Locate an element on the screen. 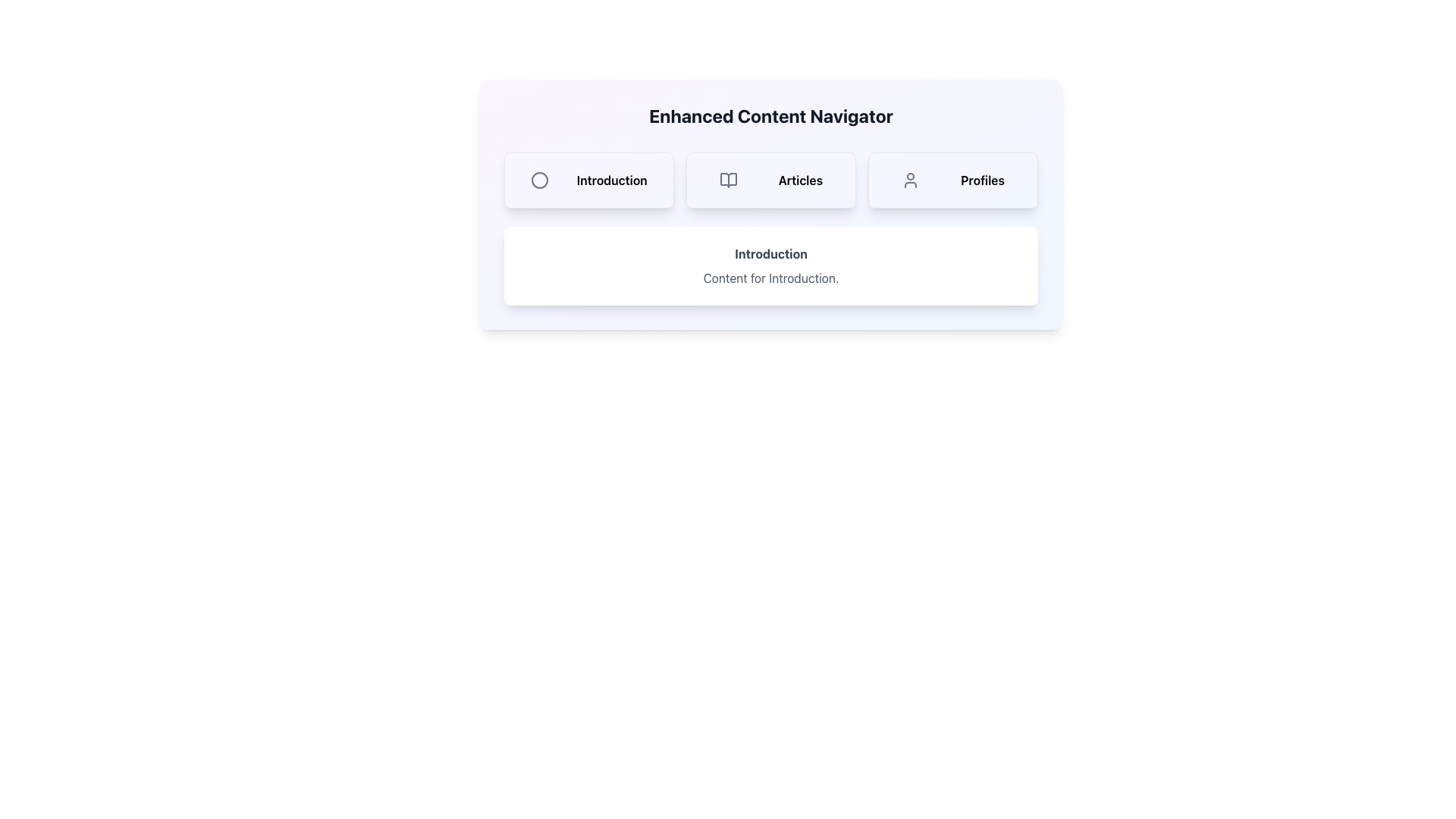 The image size is (1456, 819). the 'Articles' text label in the navigation bar is located at coordinates (799, 180).